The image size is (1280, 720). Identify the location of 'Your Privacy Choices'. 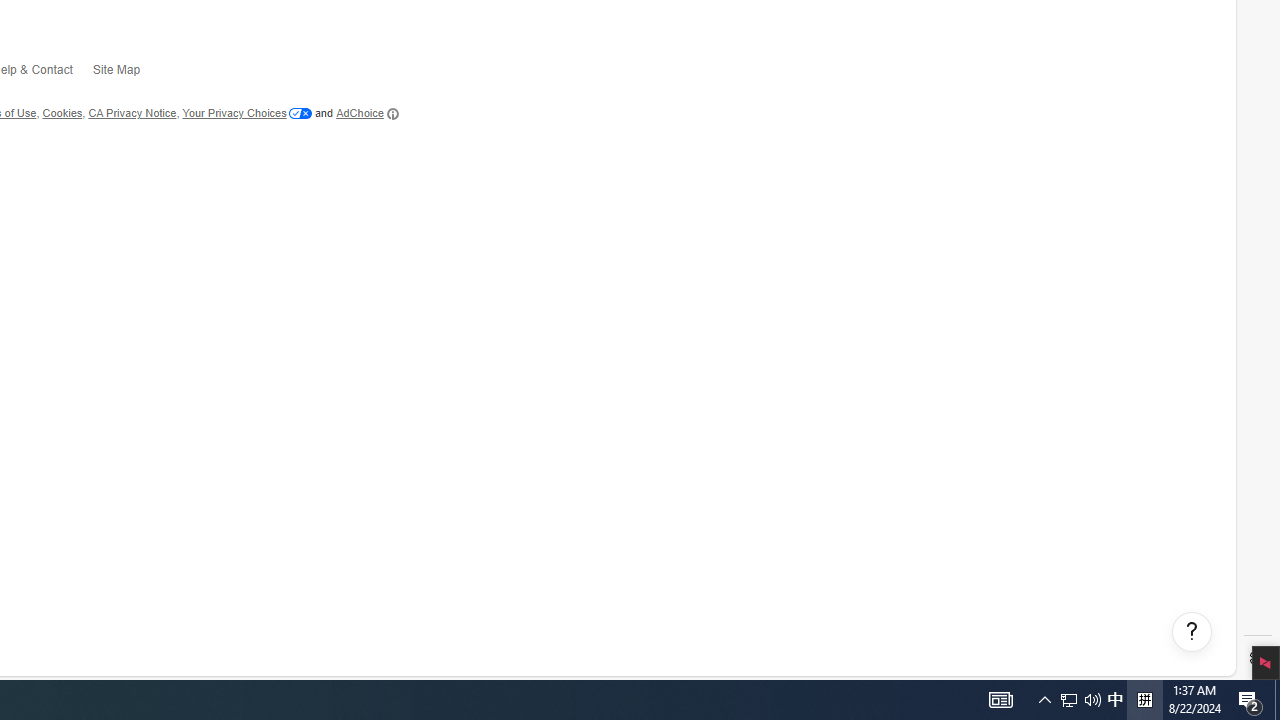
(246, 113).